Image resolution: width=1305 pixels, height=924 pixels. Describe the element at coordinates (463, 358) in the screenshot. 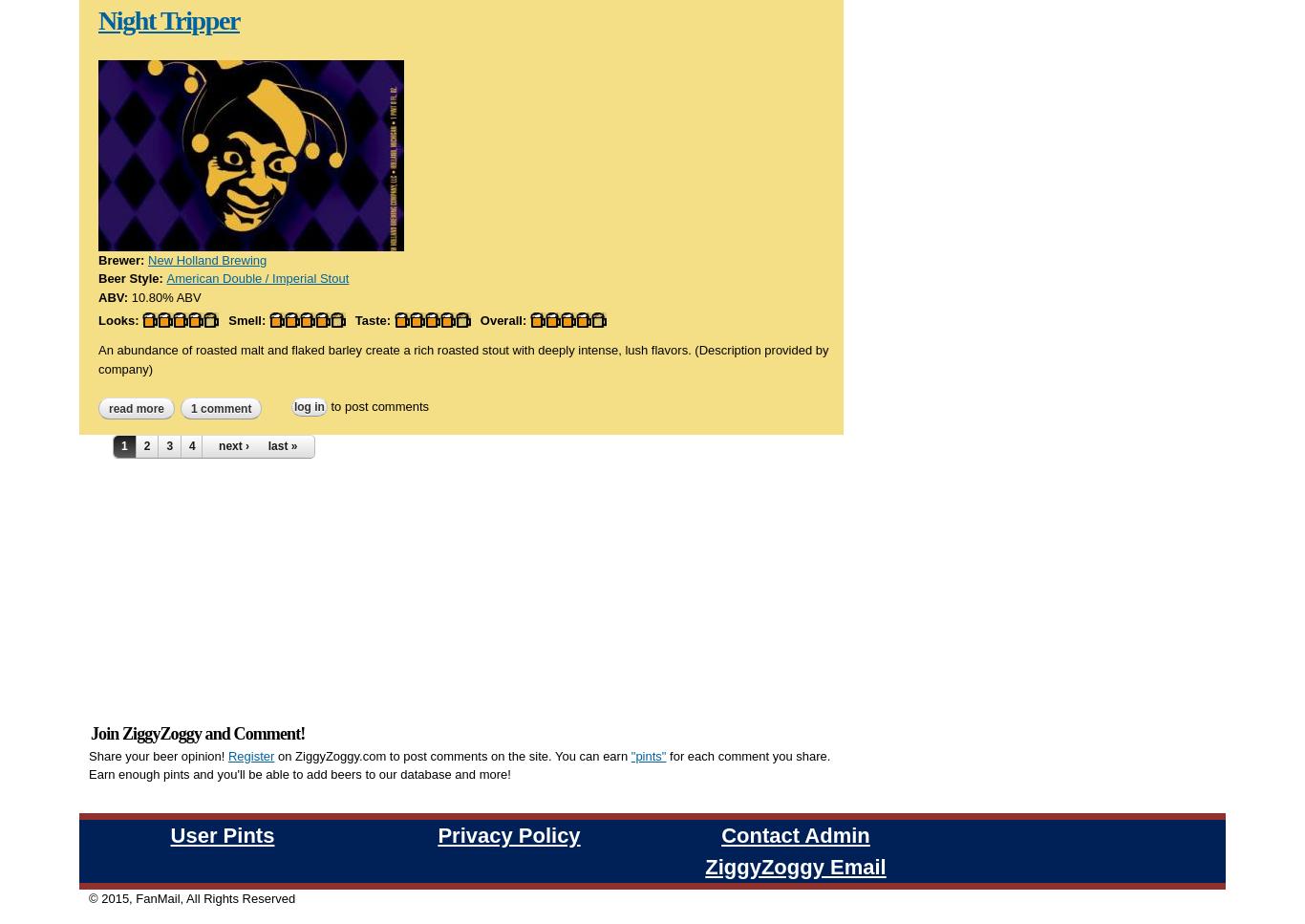

I see `'An abundance of roasted malt and flaked barley create a rich roasted stout with deeply intense, lush flavors.  (Description provided by company)'` at that location.